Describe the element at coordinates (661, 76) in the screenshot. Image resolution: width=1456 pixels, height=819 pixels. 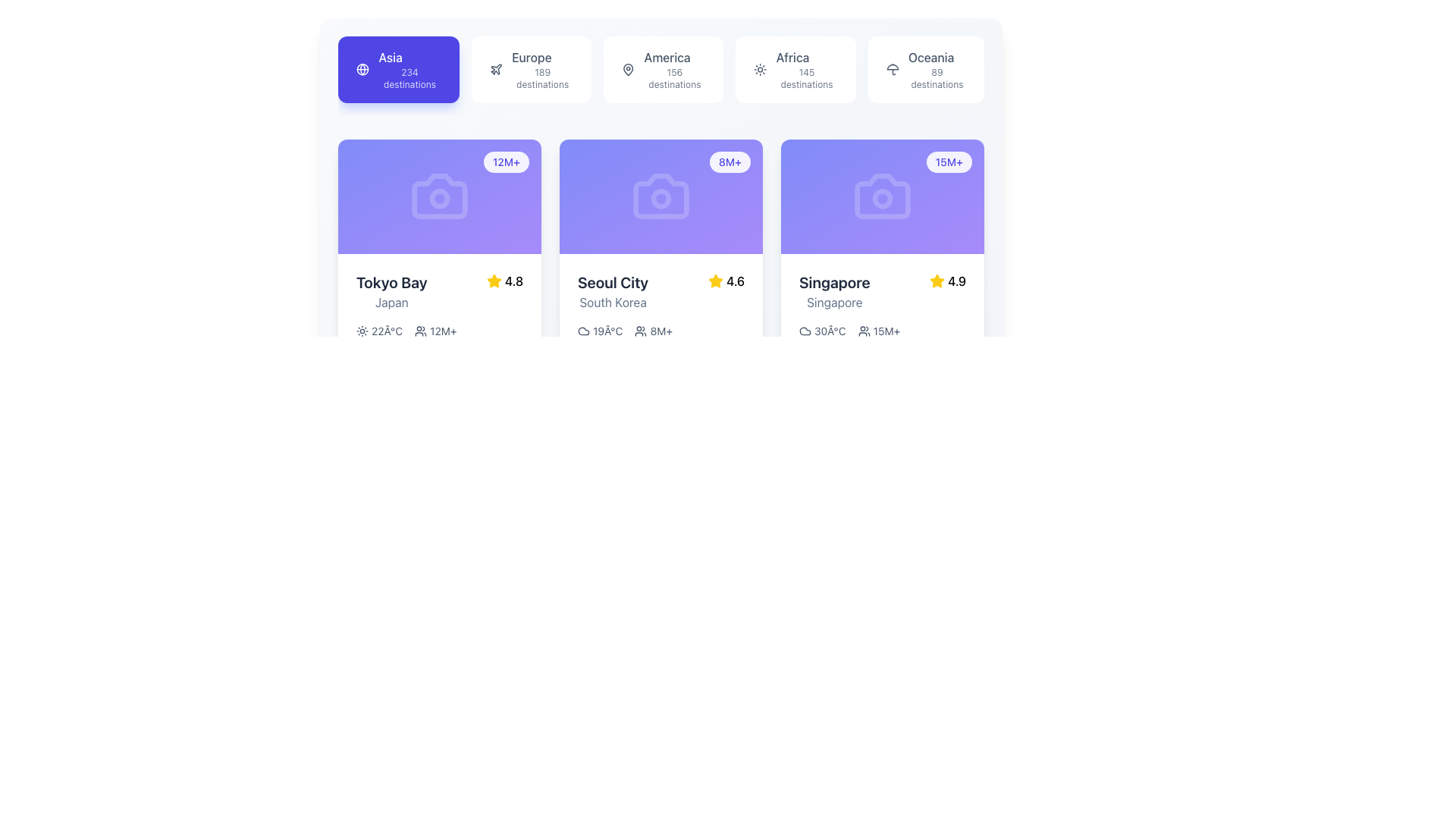
I see `the button representing the Americas destination selector` at that location.